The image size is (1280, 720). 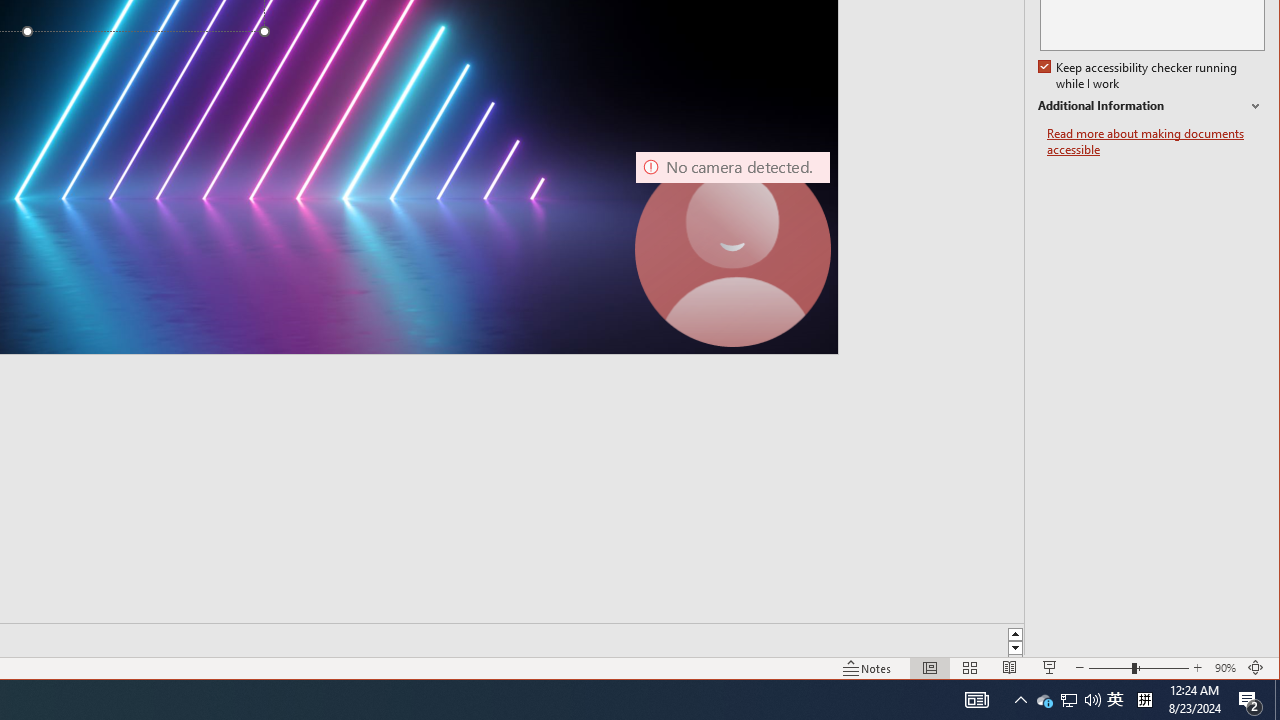 I want to click on 'Action Center, 2 new notifications', so click(x=1250, y=698).